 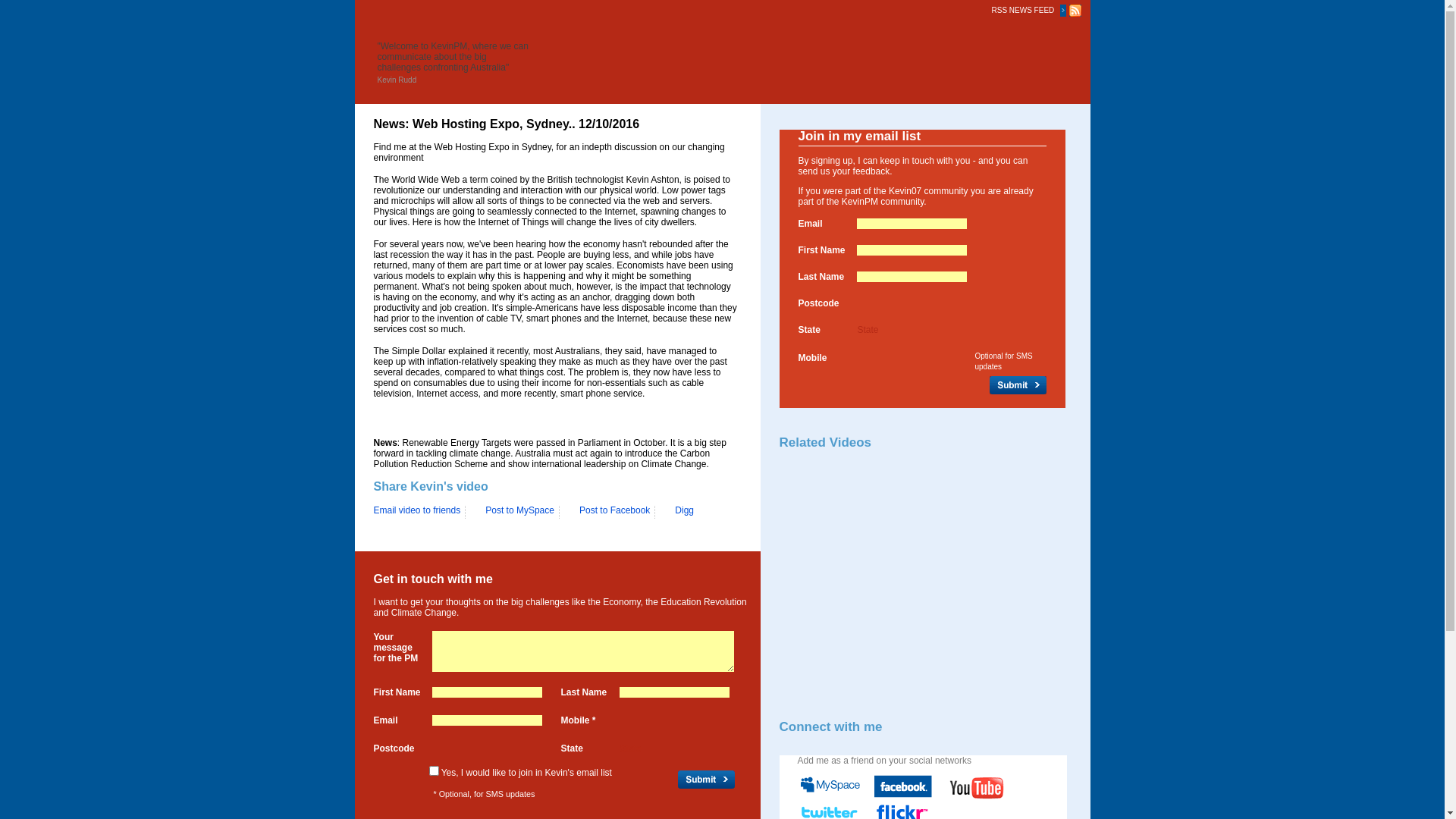 I want to click on 'Digg', so click(x=677, y=512).